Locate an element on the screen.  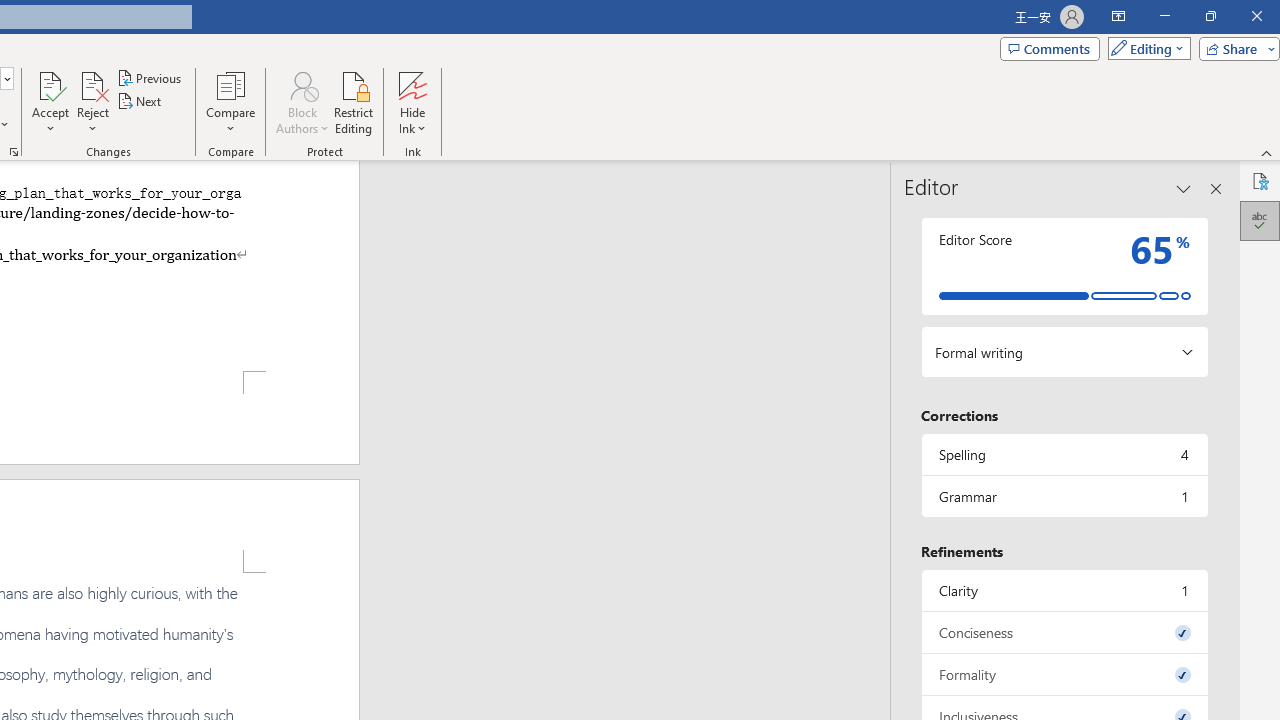
'Editing' is located at coordinates (1144, 47).